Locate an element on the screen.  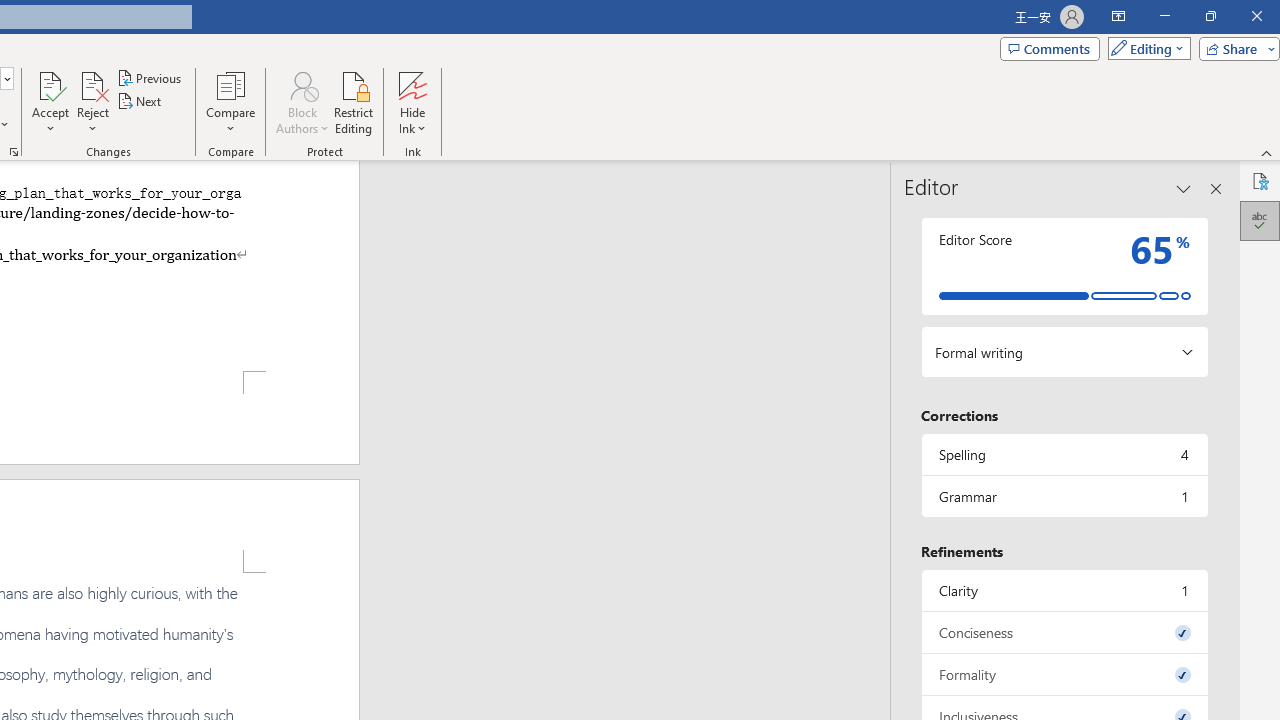
'Editing' is located at coordinates (1144, 47).